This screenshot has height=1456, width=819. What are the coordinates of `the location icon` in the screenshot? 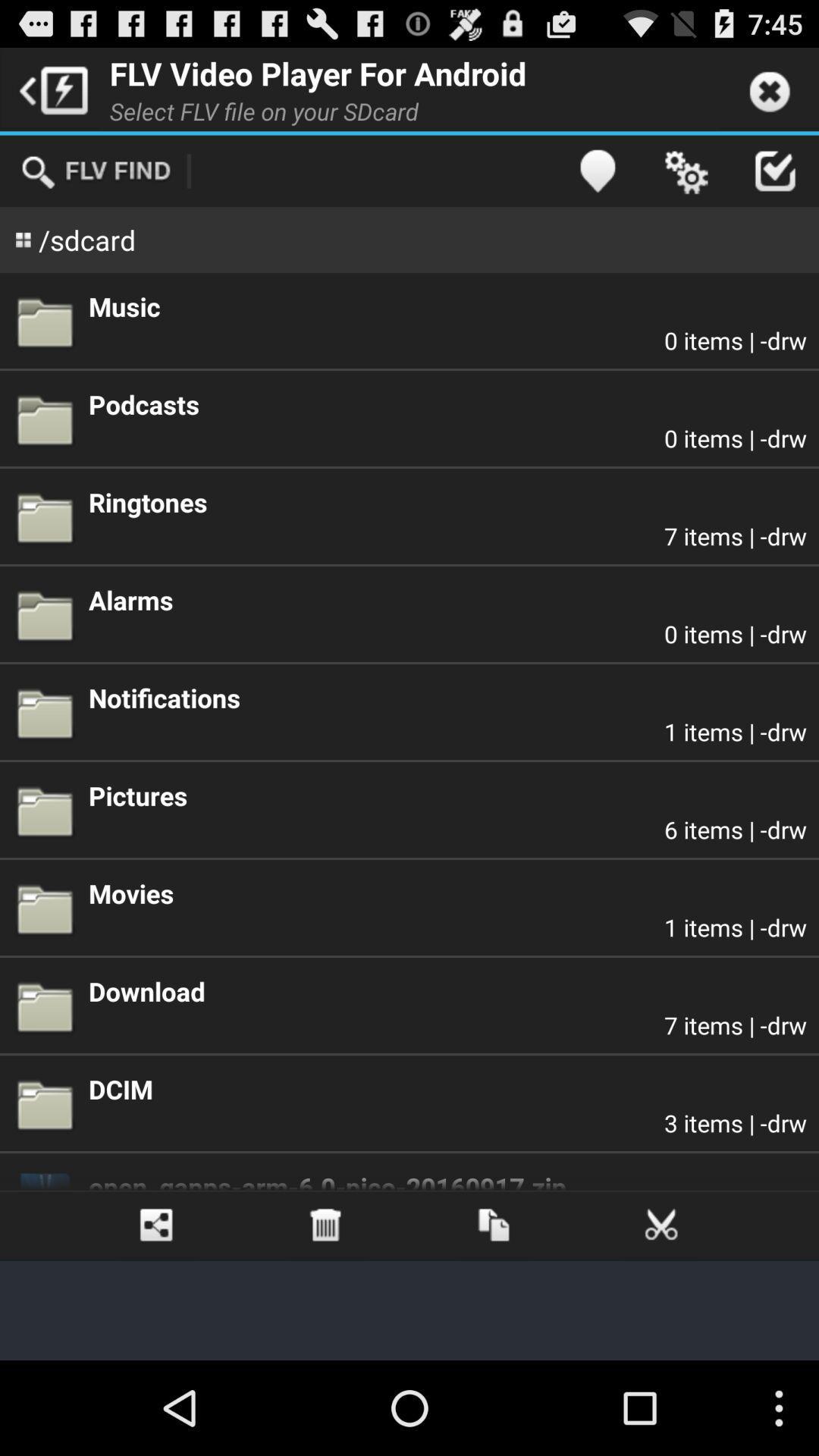 It's located at (596, 182).